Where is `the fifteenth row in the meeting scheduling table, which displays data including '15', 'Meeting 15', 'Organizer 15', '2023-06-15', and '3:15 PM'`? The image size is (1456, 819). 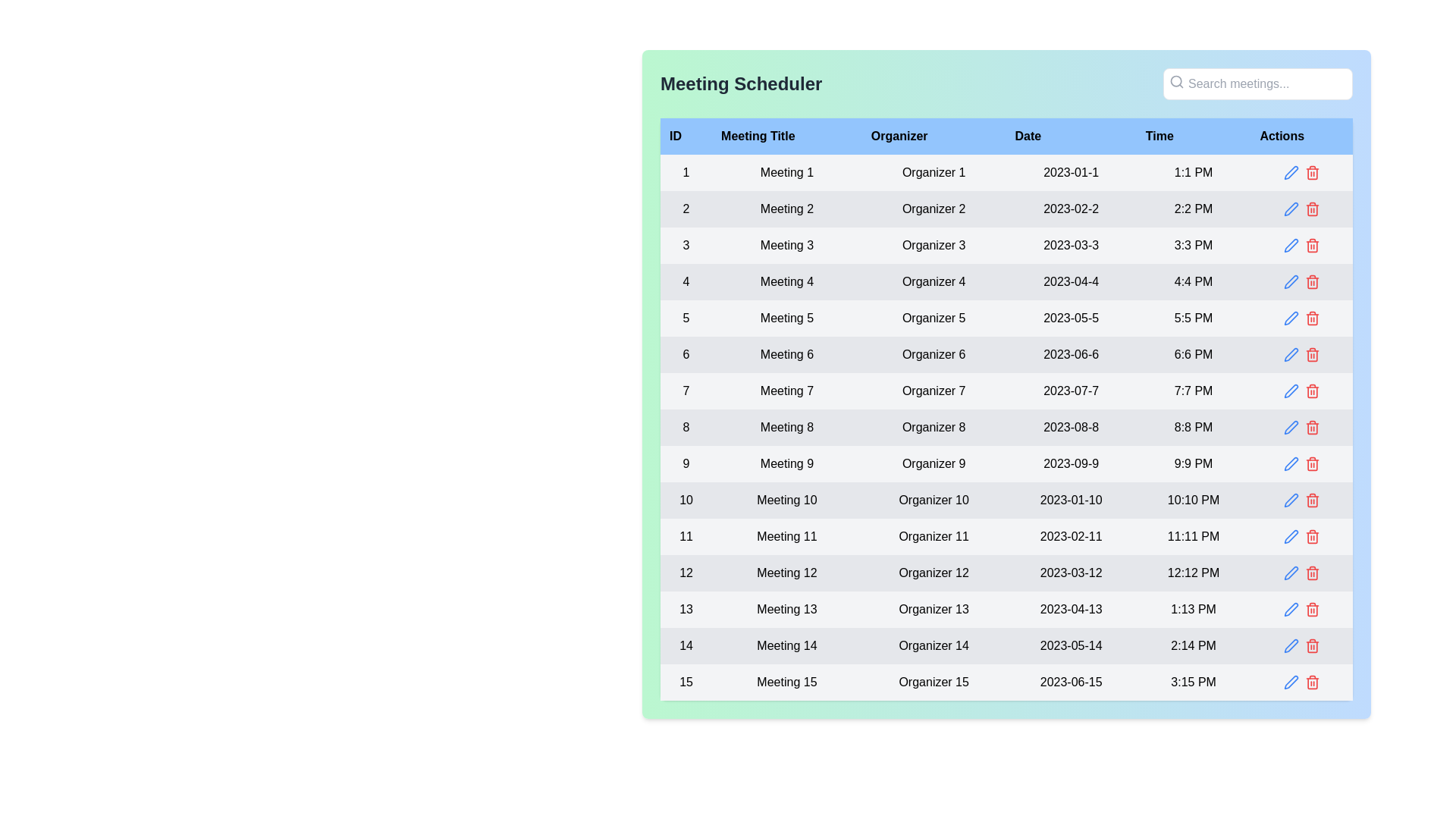 the fifteenth row in the meeting scheduling table, which displays data including '15', 'Meeting 15', 'Organizer 15', '2023-06-15', and '3:15 PM' is located at coordinates (1006, 681).